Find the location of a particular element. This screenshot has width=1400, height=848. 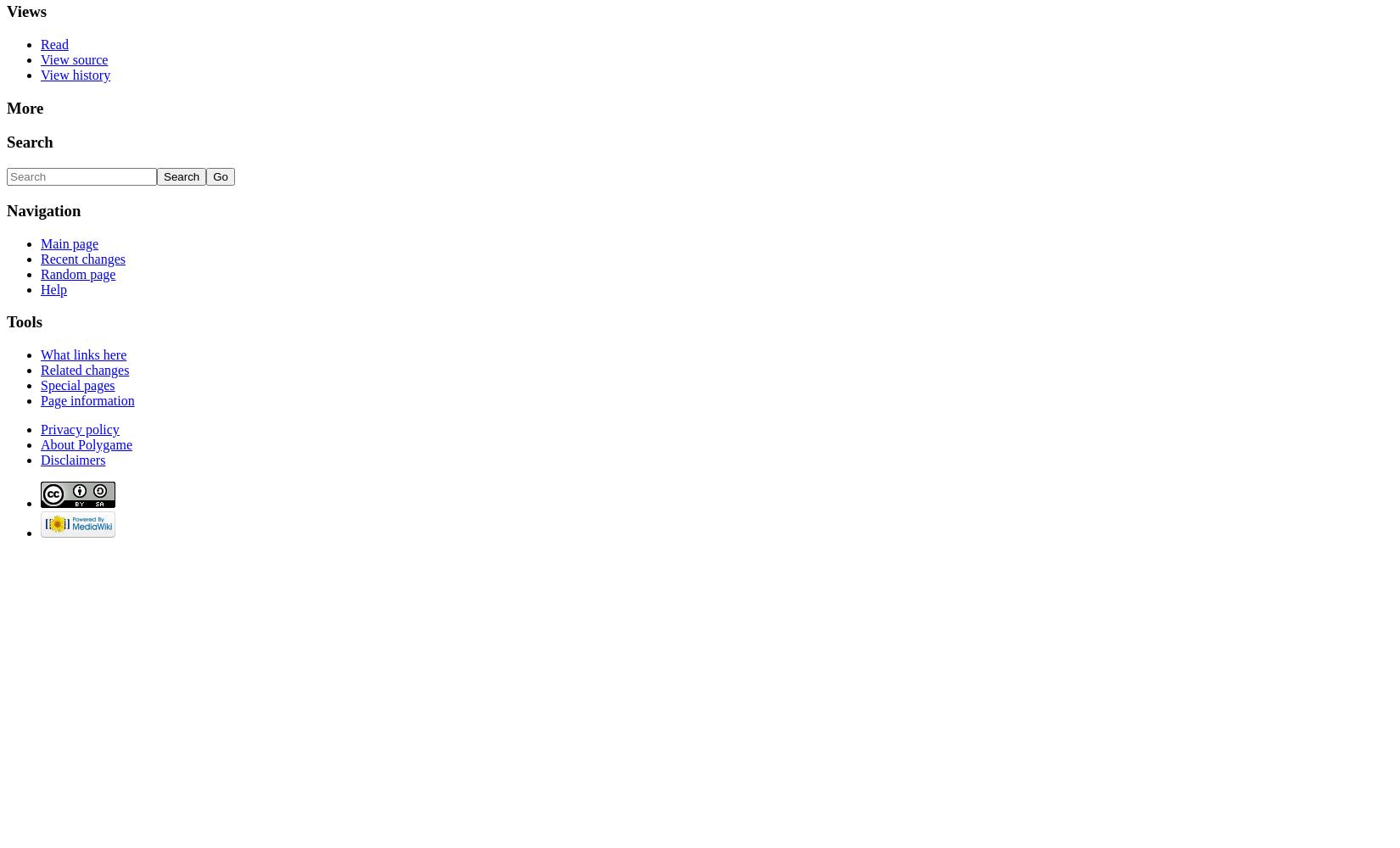

'Special pages' is located at coordinates (77, 384).